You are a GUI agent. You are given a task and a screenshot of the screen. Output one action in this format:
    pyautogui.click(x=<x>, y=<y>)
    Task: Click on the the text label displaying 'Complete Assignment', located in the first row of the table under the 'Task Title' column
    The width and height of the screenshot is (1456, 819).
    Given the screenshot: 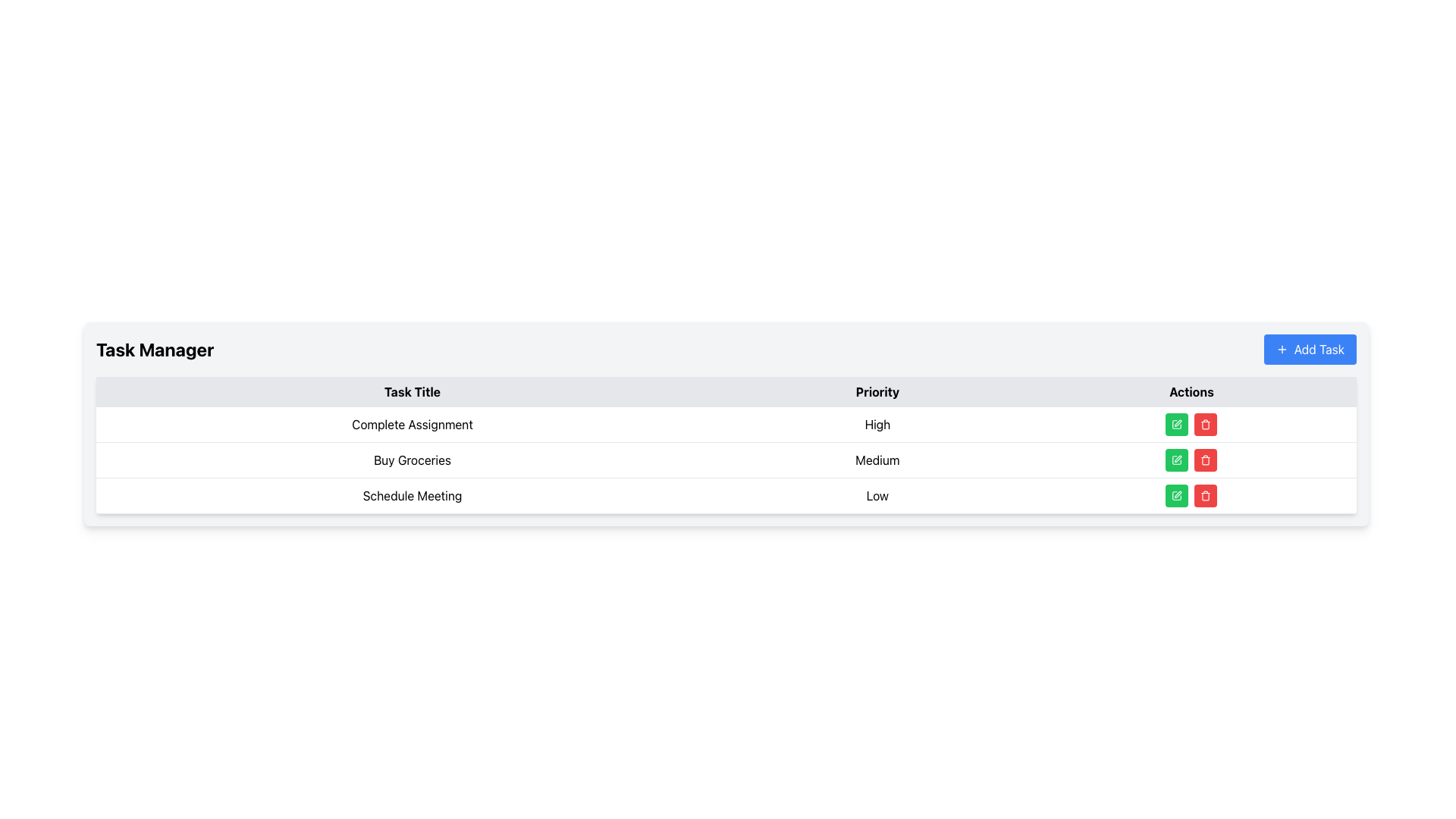 What is the action you would take?
    pyautogui.click(x=412, y=425)
    